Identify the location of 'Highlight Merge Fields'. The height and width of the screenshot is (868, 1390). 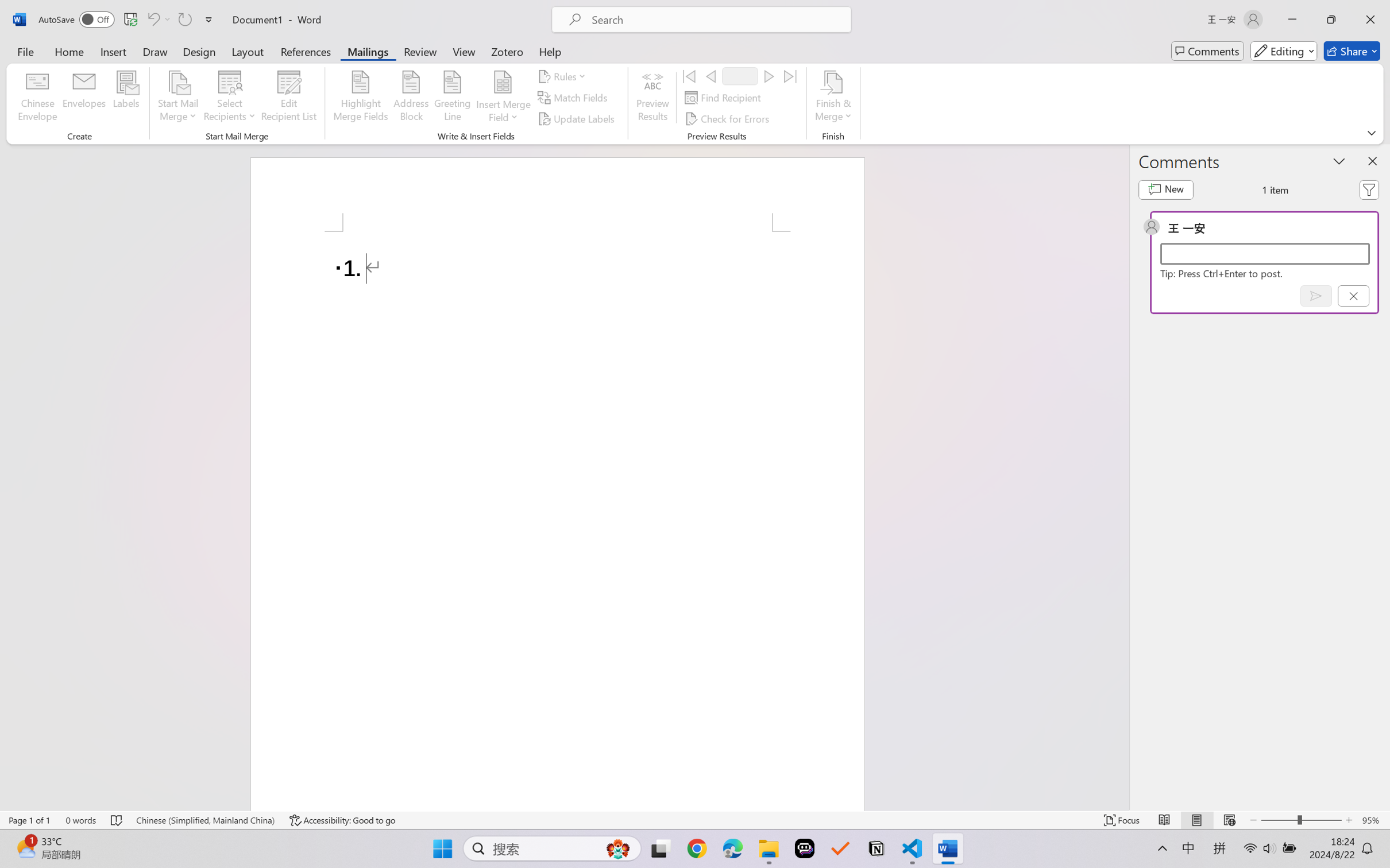
(361, 98).